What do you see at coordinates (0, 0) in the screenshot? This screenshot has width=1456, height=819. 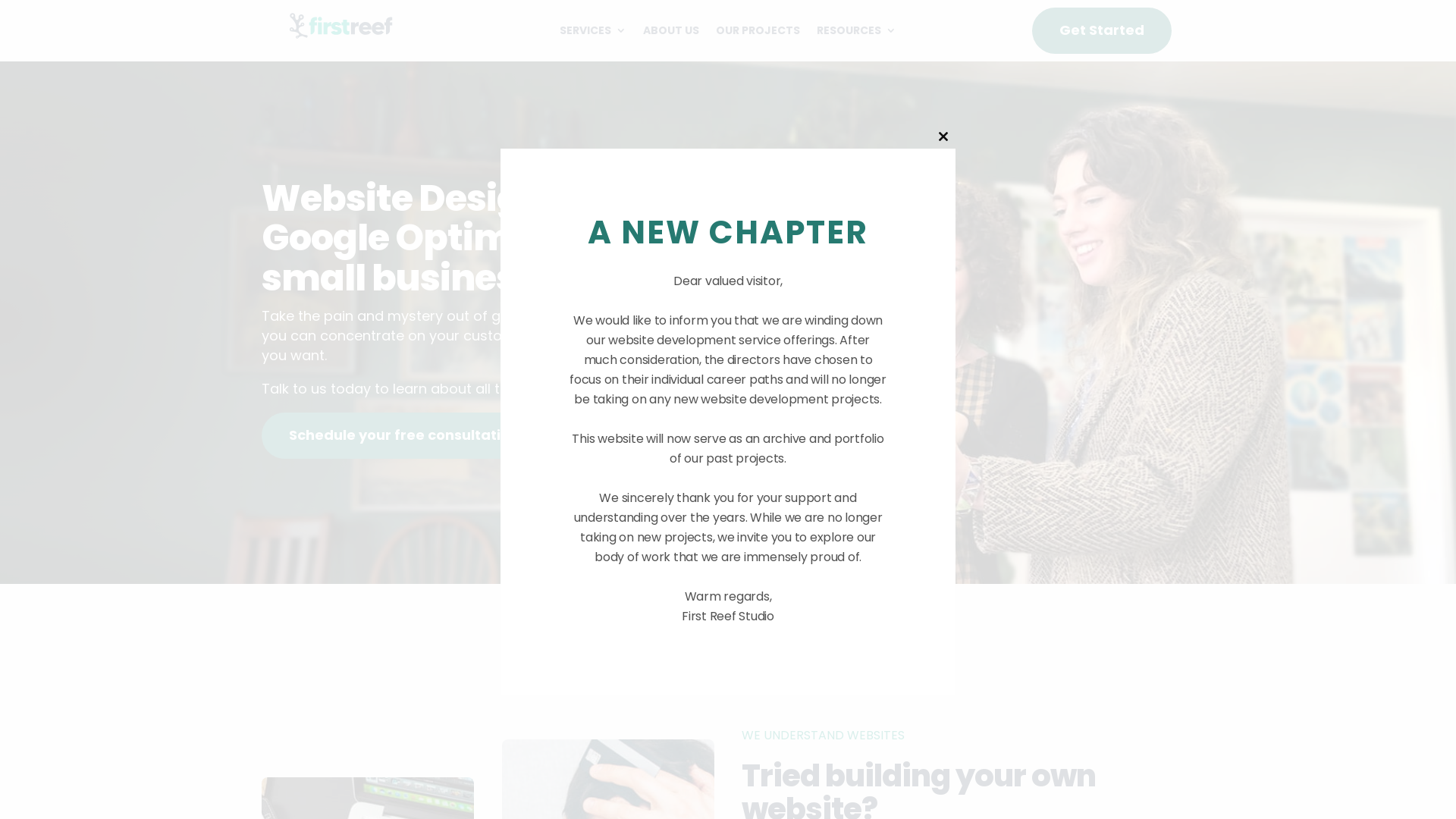 I see `'Skip to content'` at bounding box center [0, 0].